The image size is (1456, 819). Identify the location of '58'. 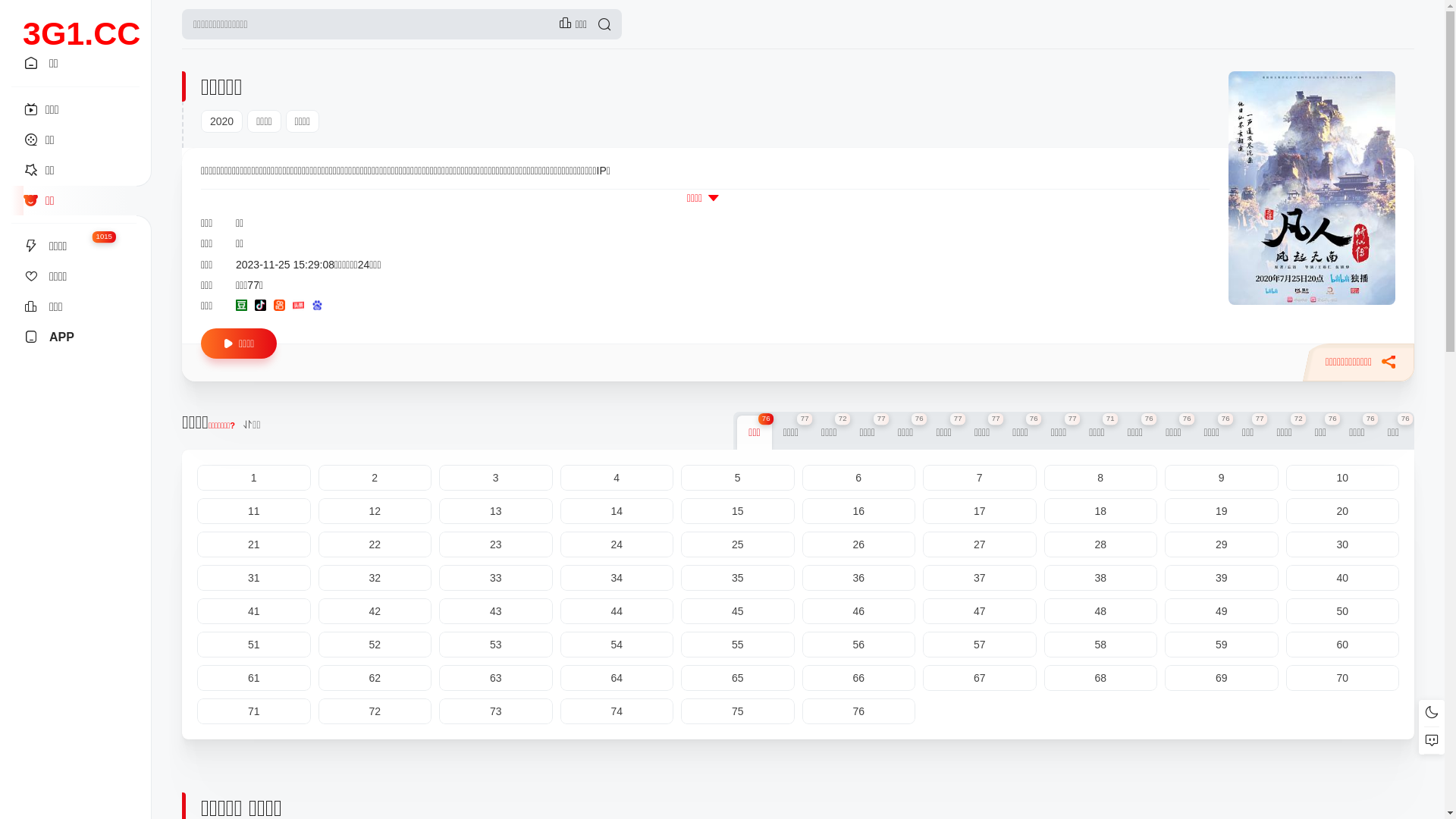
(1100, 644).